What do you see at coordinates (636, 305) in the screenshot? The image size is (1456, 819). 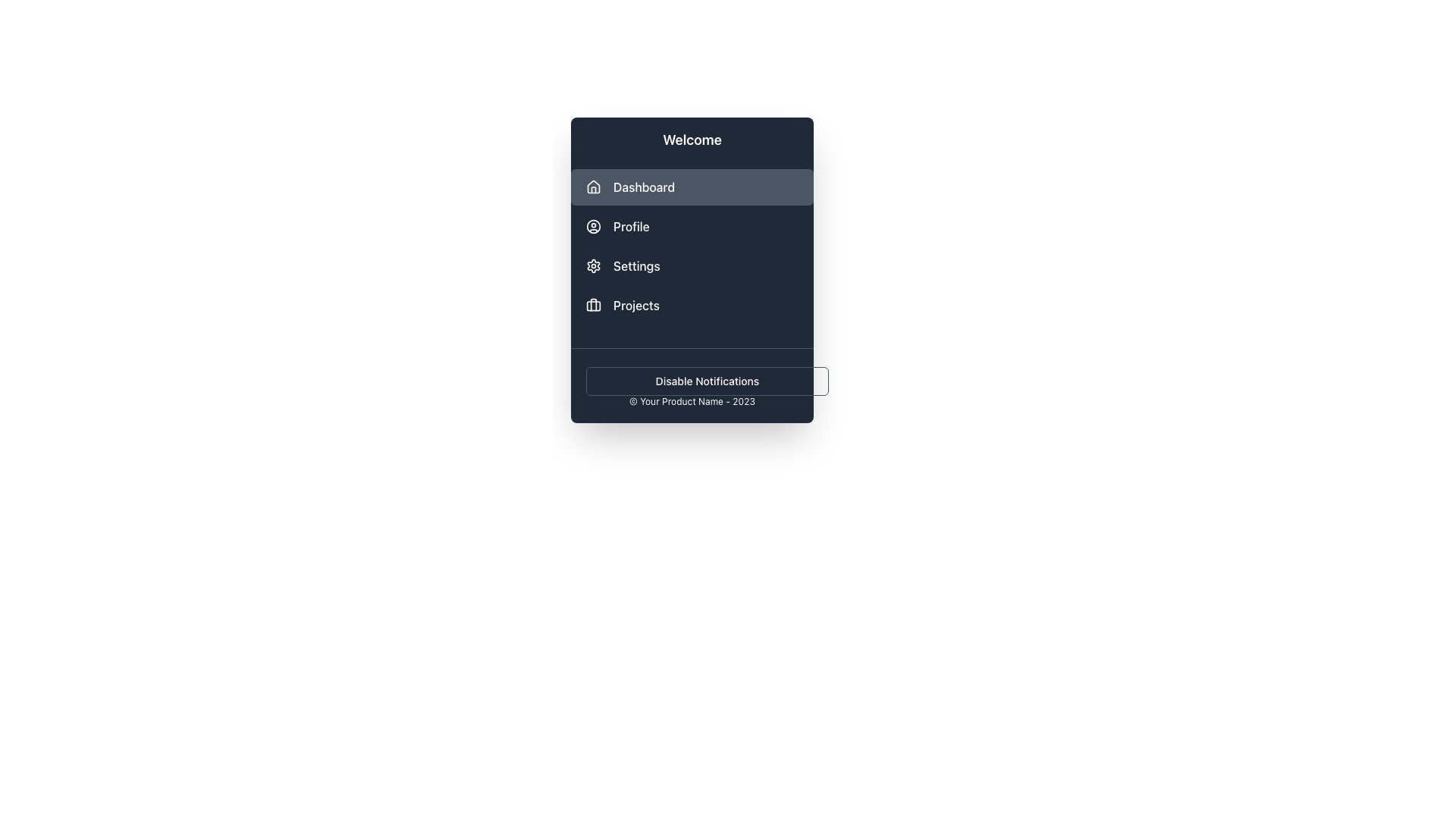 I see `the 'Projects' text label in the sidebar menu` at bounding box center [636, 305].